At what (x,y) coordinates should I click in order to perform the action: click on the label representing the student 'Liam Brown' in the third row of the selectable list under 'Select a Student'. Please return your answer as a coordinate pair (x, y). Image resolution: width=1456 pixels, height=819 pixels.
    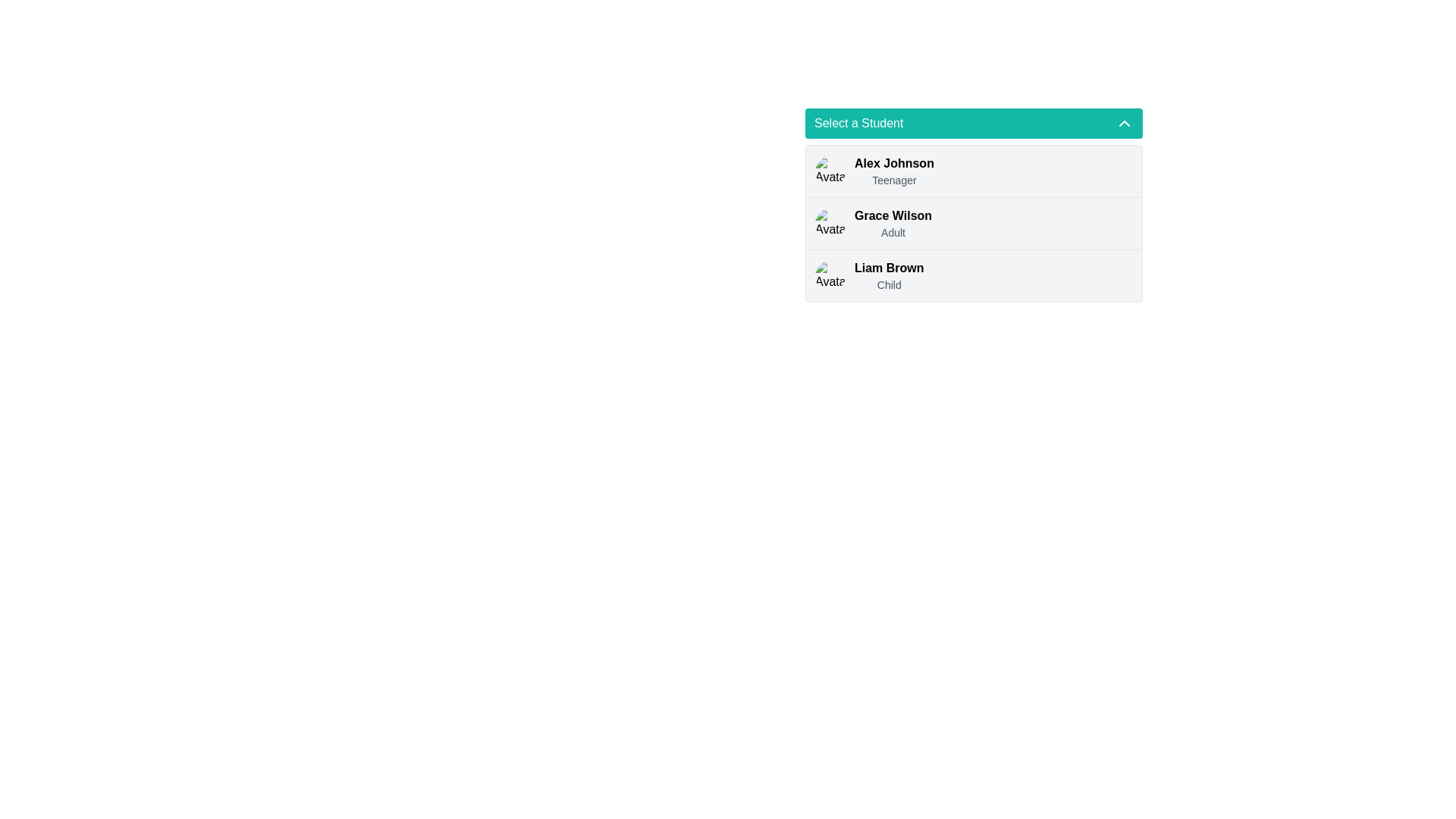
    Looking at the image, I should click on (889, 275).